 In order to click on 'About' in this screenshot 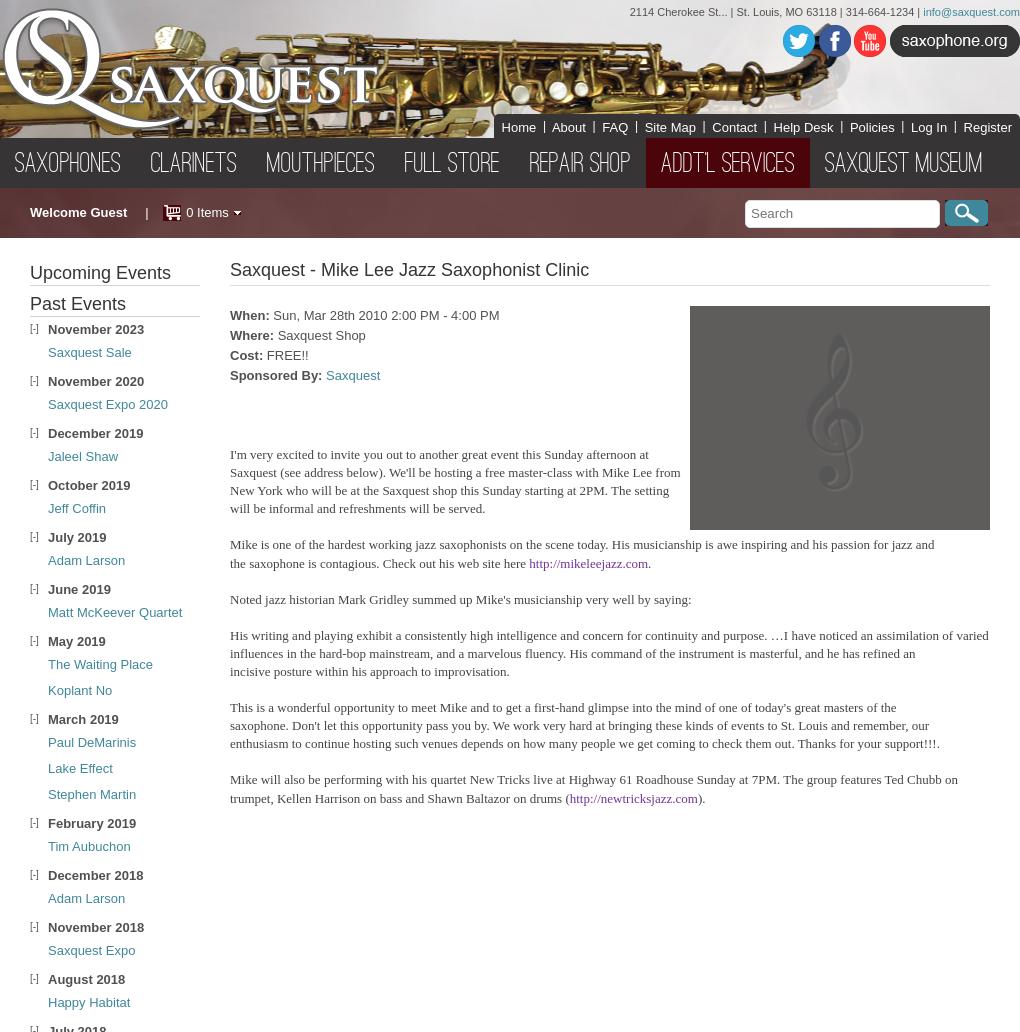, I will do `click(568, 126)`.